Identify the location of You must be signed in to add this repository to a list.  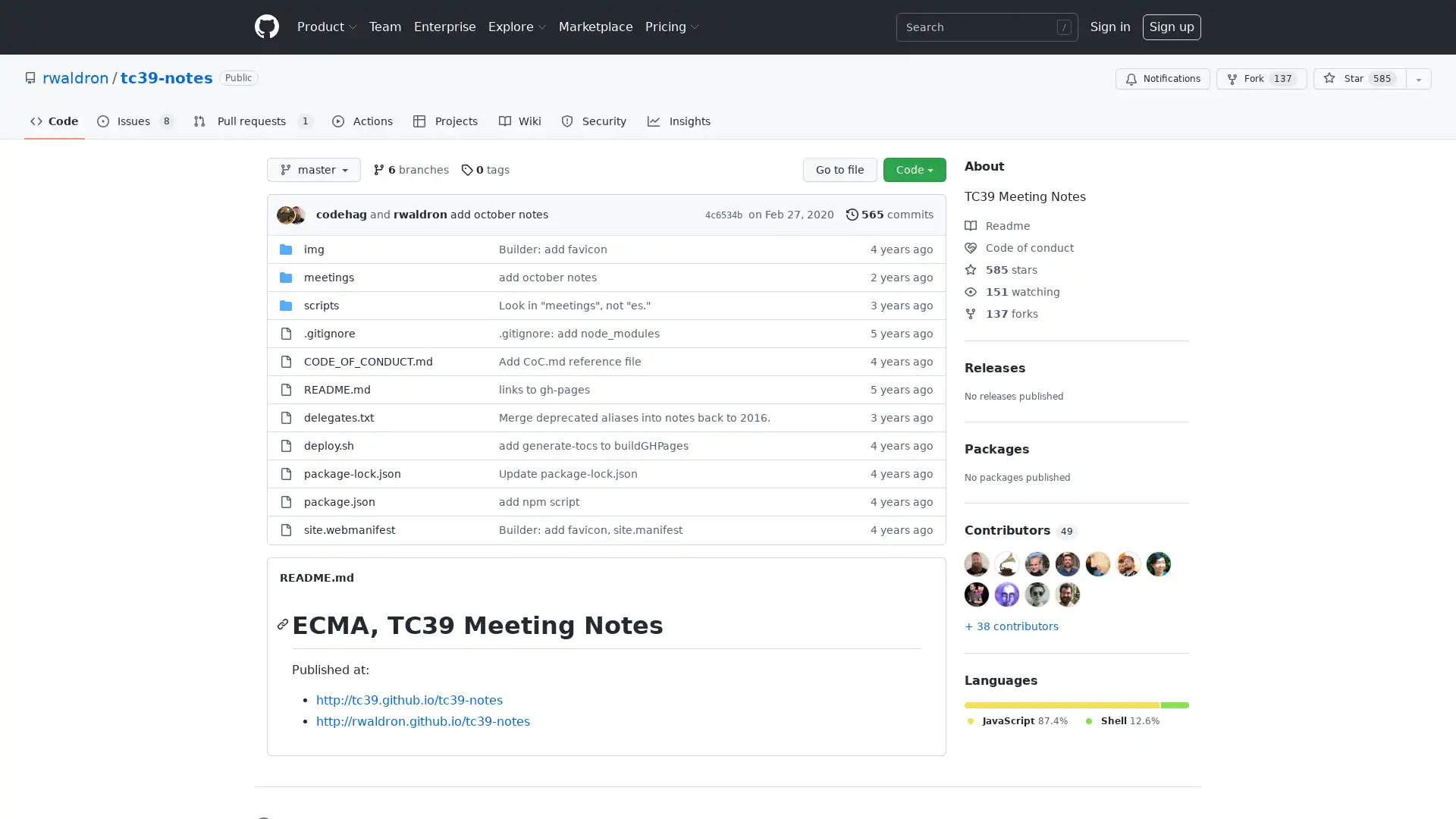
(1418, 79).